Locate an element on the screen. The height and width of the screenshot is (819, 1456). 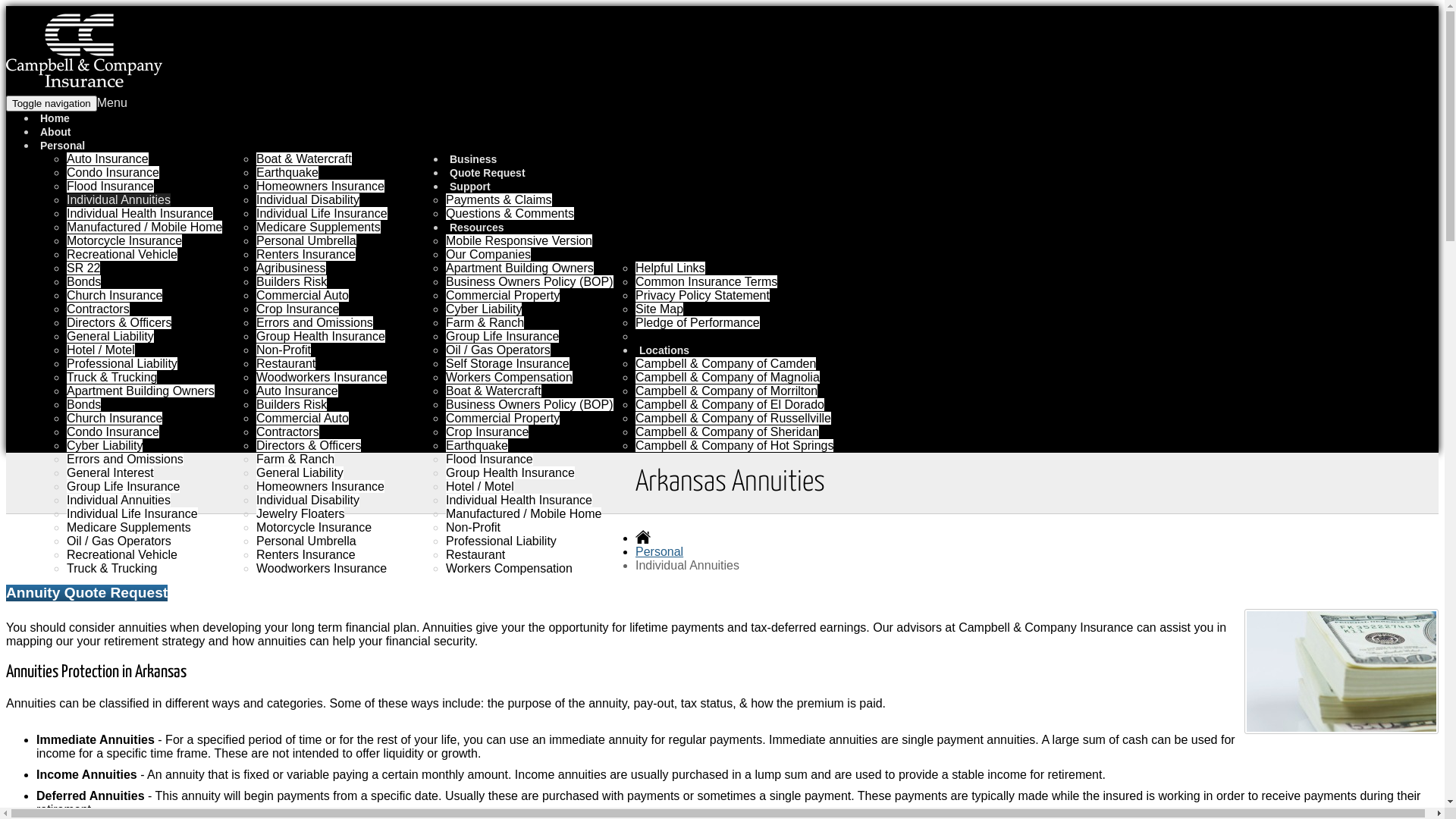
'Recreational Vehicle' is located at coordinates (122, 253).